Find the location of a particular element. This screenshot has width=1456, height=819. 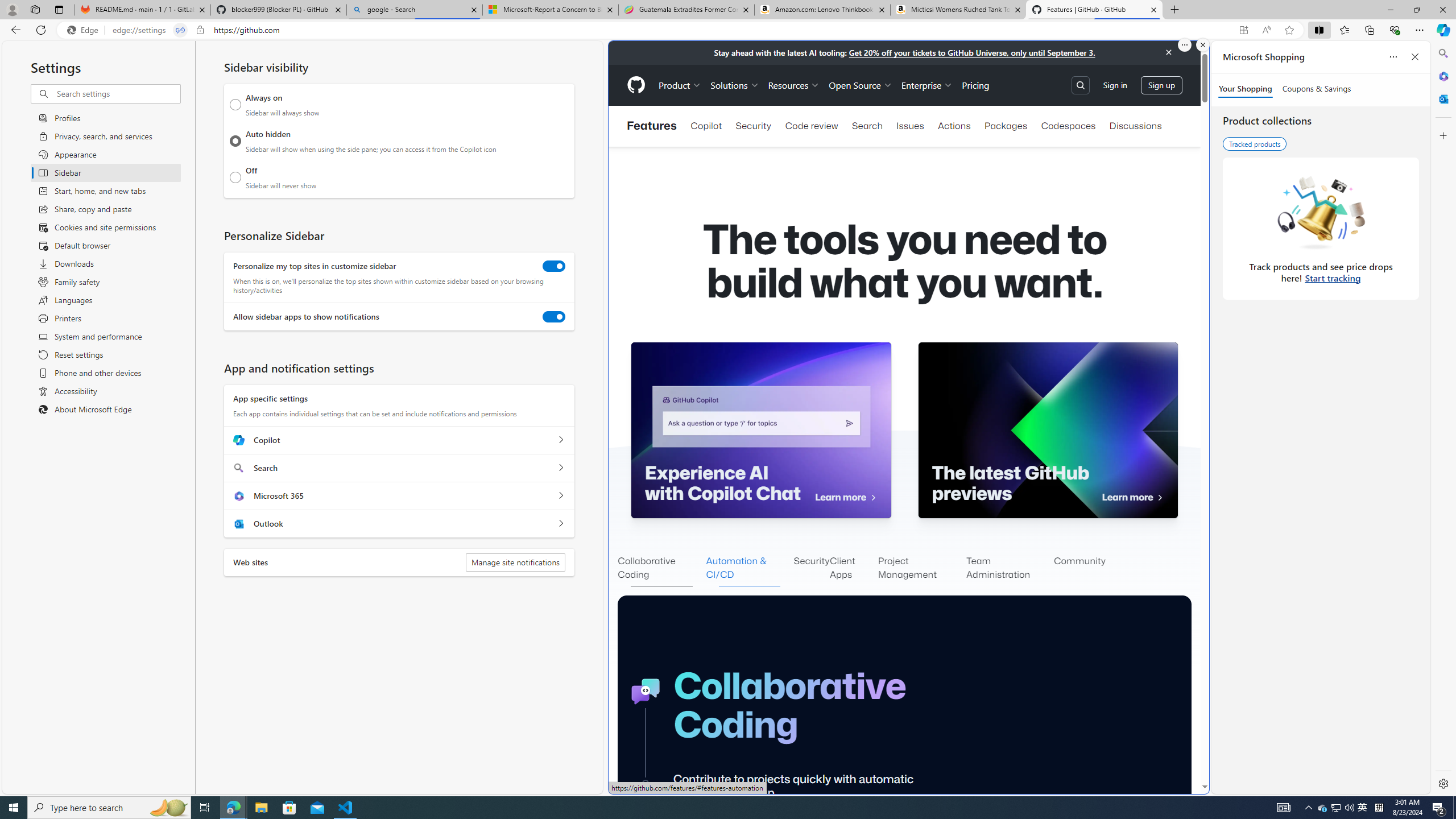

'Resources' is located at coordinates (793, 85).